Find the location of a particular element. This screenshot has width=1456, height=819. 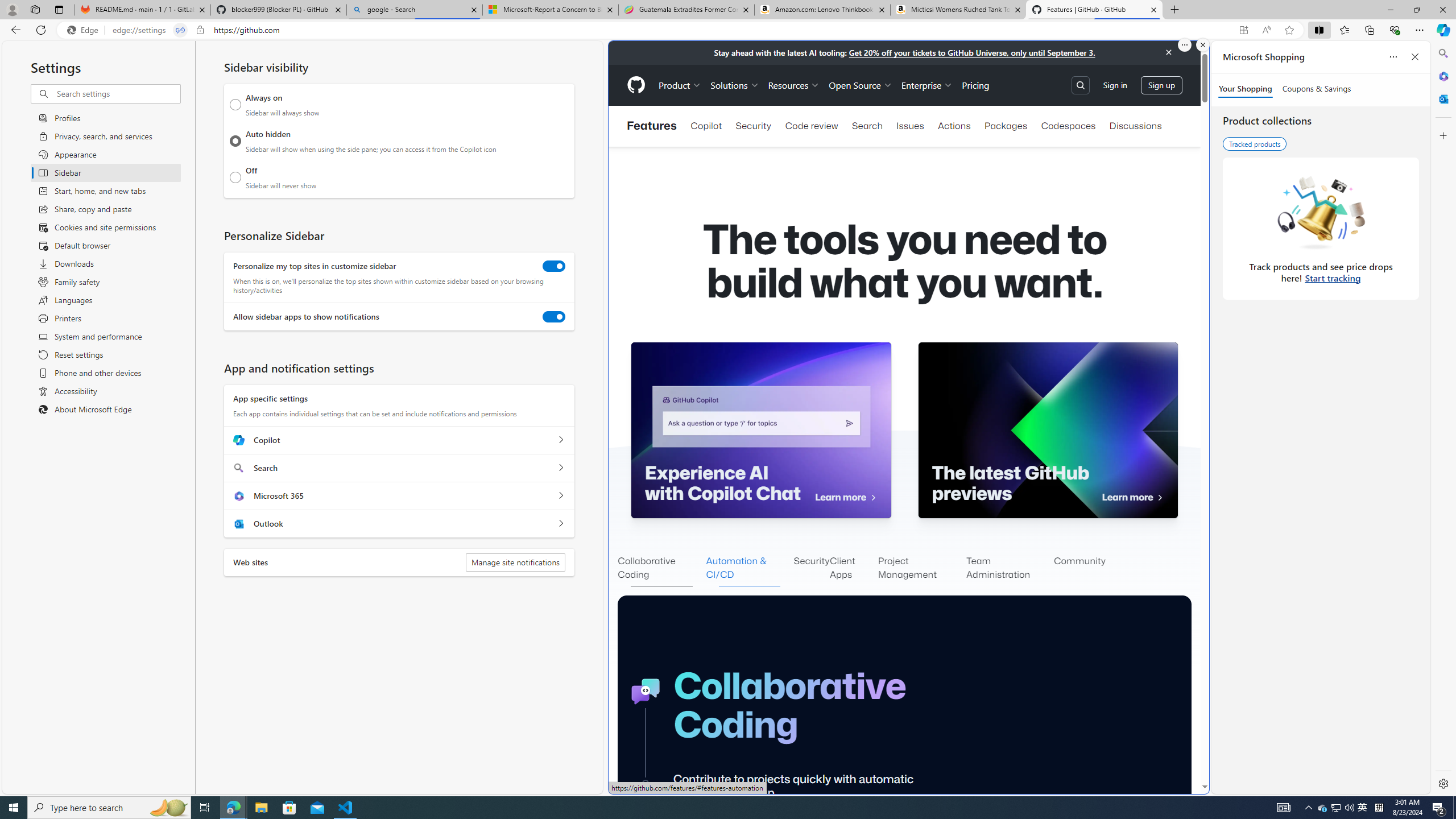

'Resources' is located at coordinates (793, 85).